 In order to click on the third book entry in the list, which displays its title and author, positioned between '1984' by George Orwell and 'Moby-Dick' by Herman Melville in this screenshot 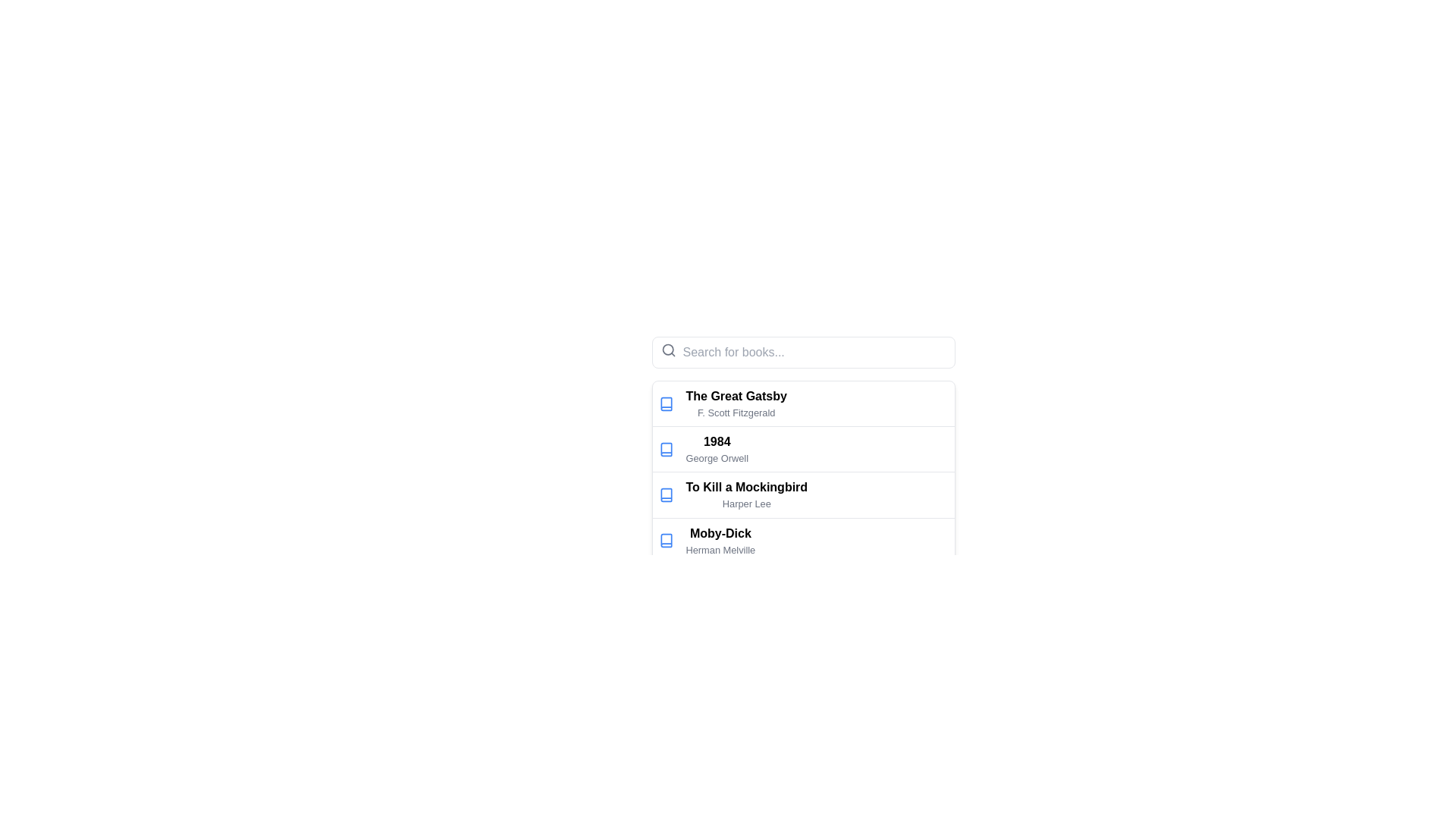, I will do `click(802, 494)`.